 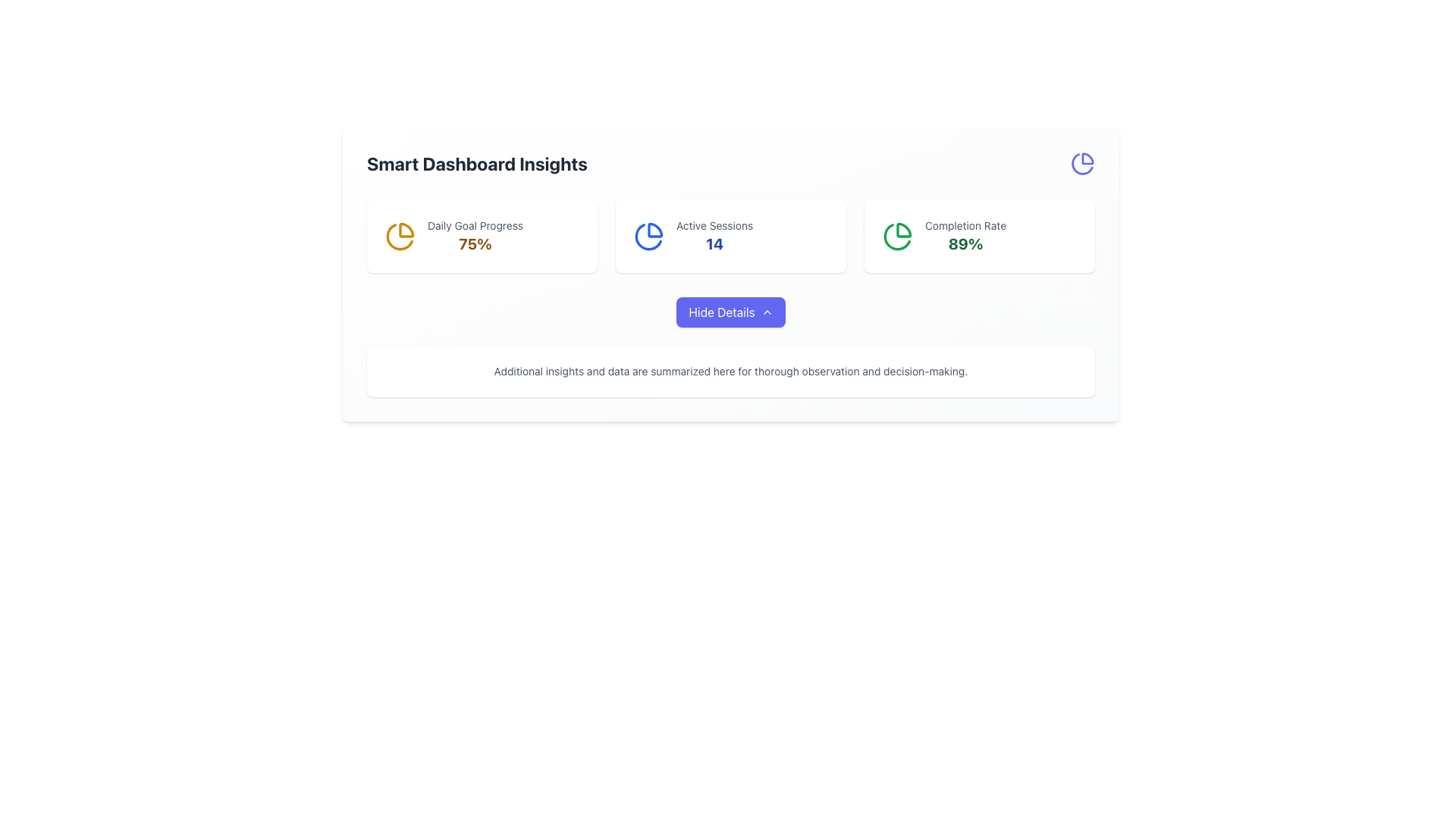 I want to click on bold text percentage value '89%' located in the third card from the left, directly below 'Completion Rate' in the dashboard section, so click(x=965, y=243).